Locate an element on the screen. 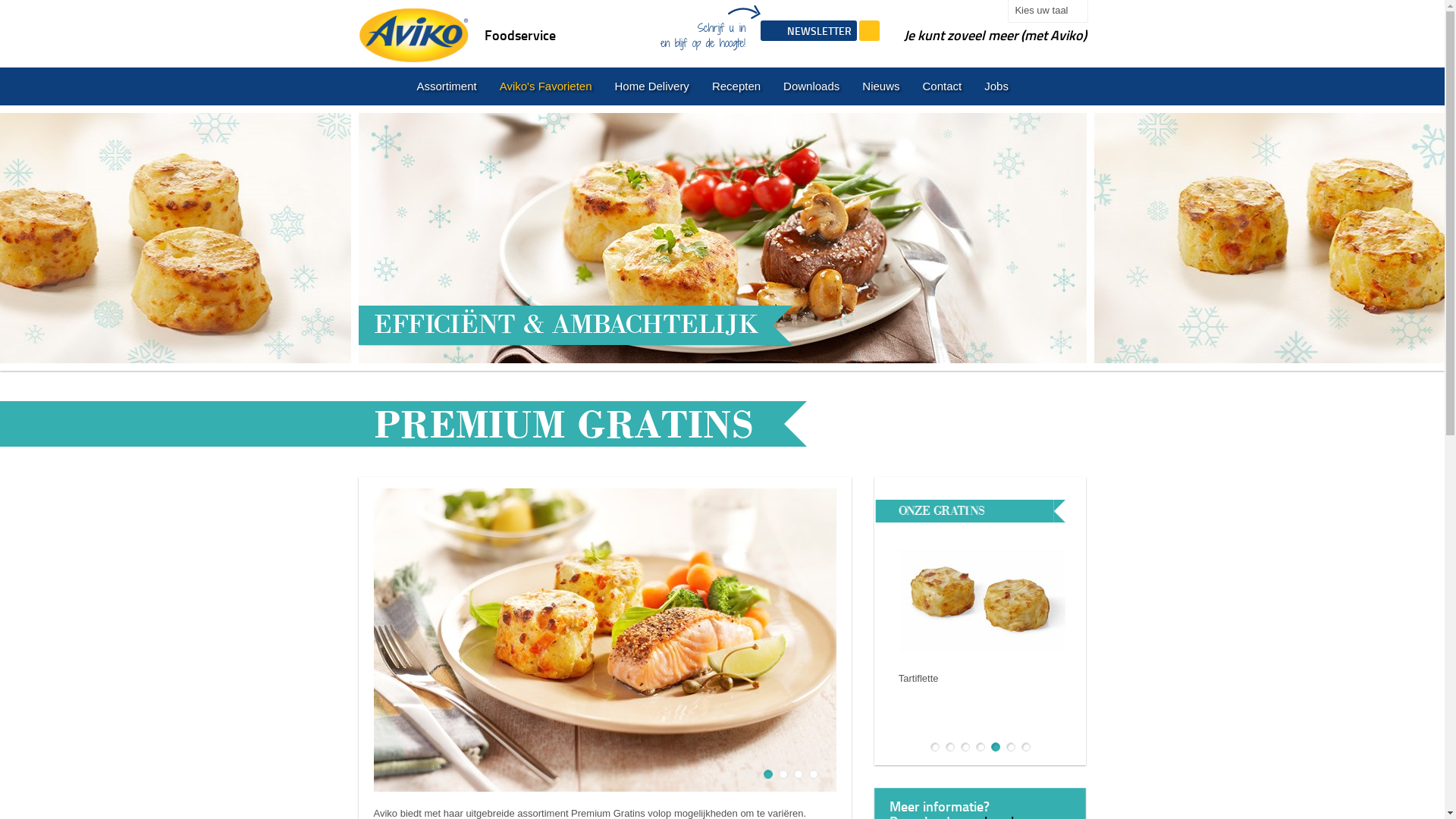 The image size is (1456, 819). 'Home Delivery' is located at coordinates (603, 86).